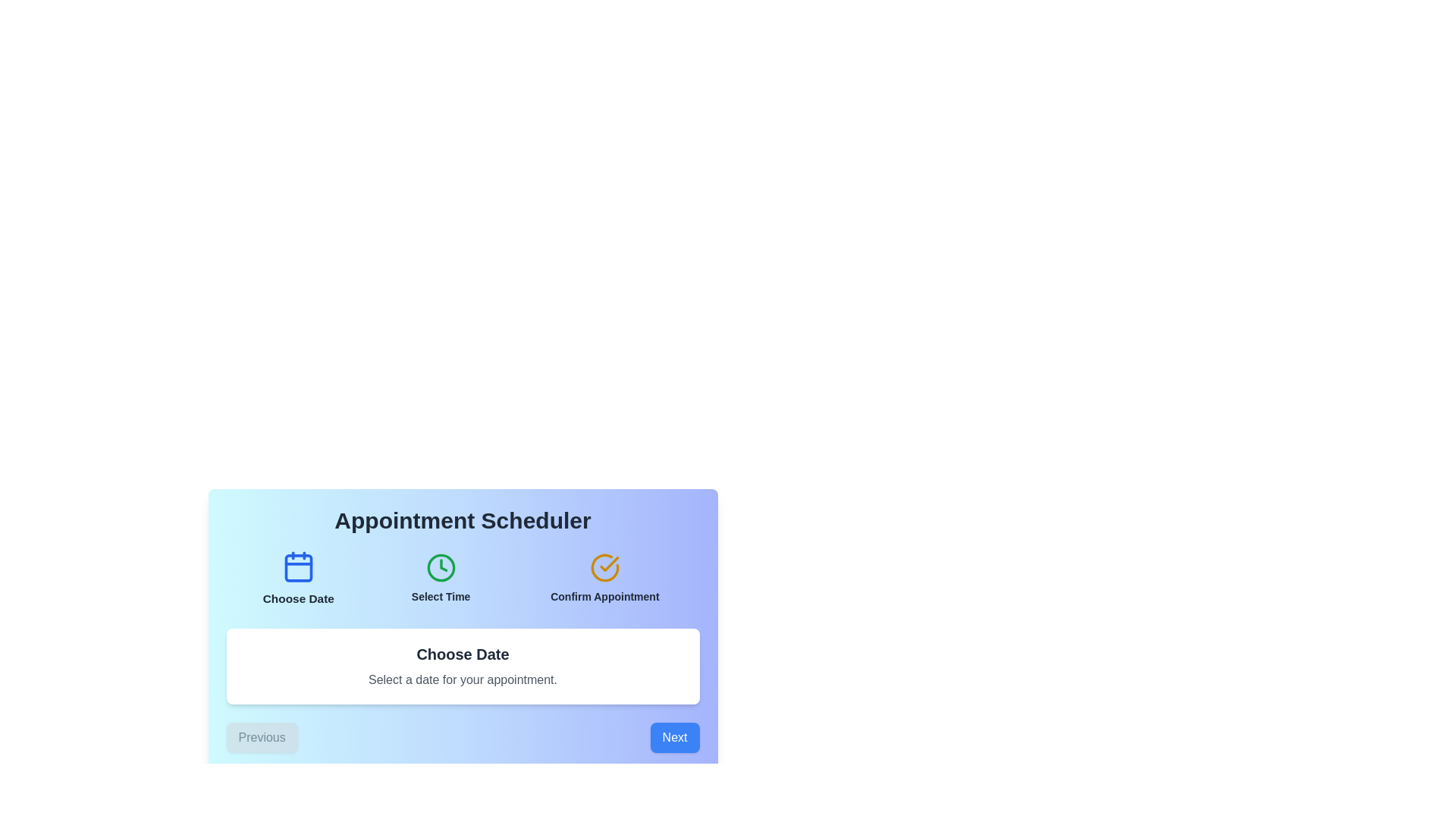 The image size is (1456, 819). What do you see at coordinates (262, 736) in the screenshot?
I see `the Previous button to navigate the appointment scheduler` at bounding box center [262, 736].